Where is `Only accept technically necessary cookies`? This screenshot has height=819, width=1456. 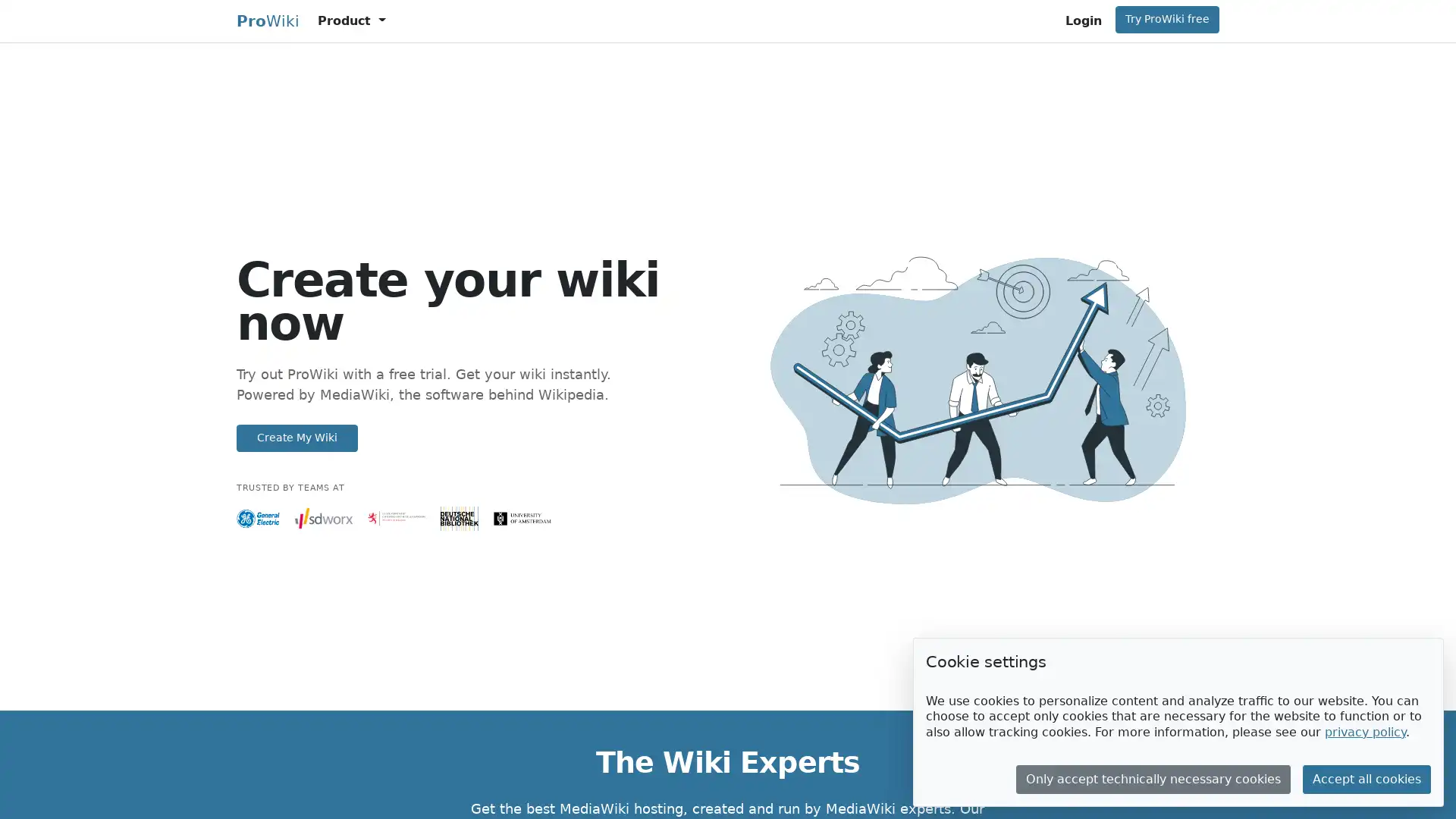 Only accept technically necessary cookies is located at coordinates (1153, 780).